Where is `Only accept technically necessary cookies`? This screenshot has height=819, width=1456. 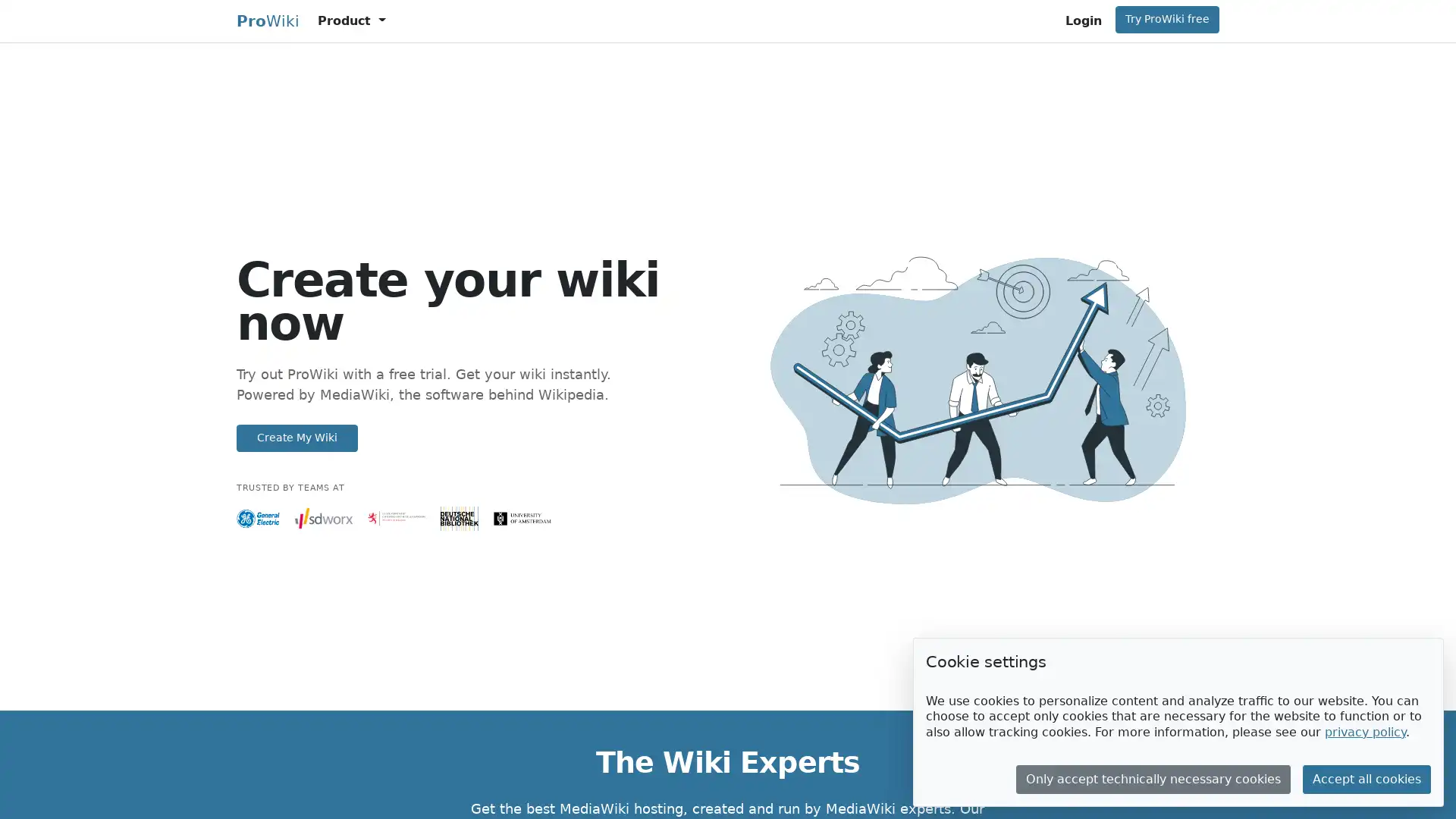 Only accept technically necessary cookies is located at coordinates (1153, 780).